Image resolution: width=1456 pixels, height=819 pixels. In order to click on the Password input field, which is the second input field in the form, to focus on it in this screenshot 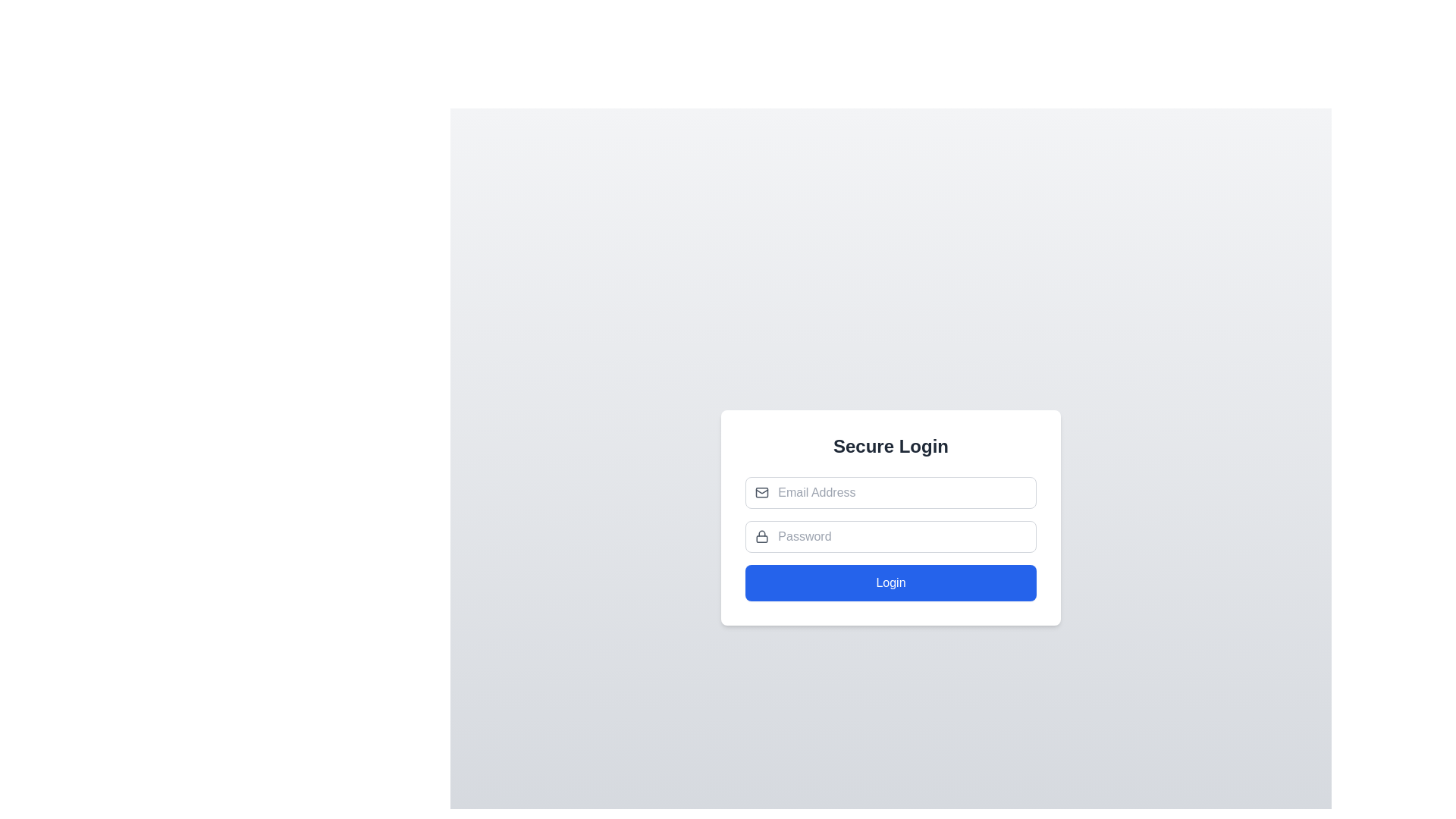, I will do `click(891, 536)`.